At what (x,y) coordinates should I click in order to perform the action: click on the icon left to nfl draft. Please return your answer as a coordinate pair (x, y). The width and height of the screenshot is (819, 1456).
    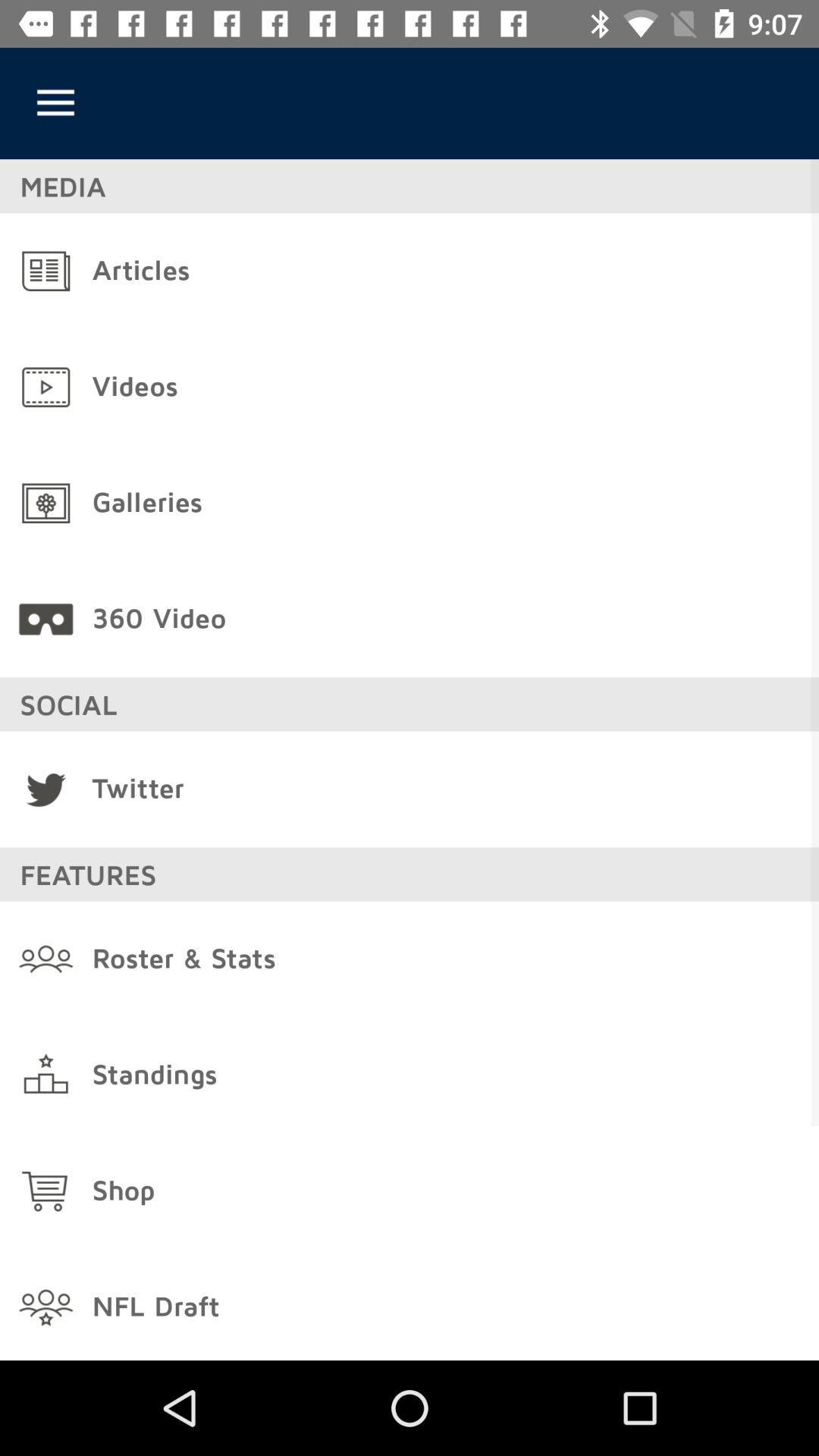
    Looking at the image, I should click on (45, 1306).